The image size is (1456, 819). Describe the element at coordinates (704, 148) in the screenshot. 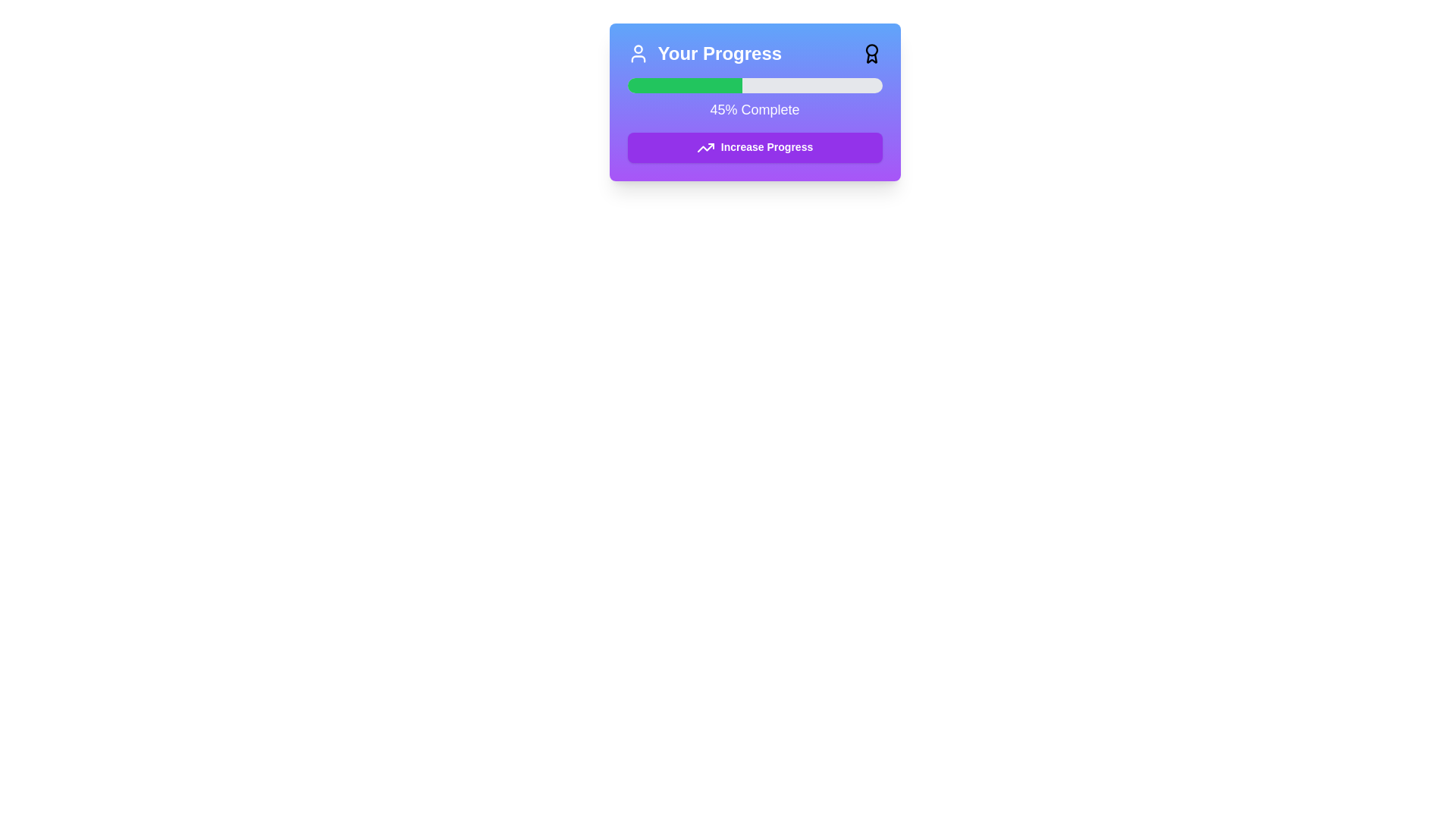

I see `the 'Increase Progress' button which contains the decorative arrow icon on its left side, visually indicating progression` at that location.